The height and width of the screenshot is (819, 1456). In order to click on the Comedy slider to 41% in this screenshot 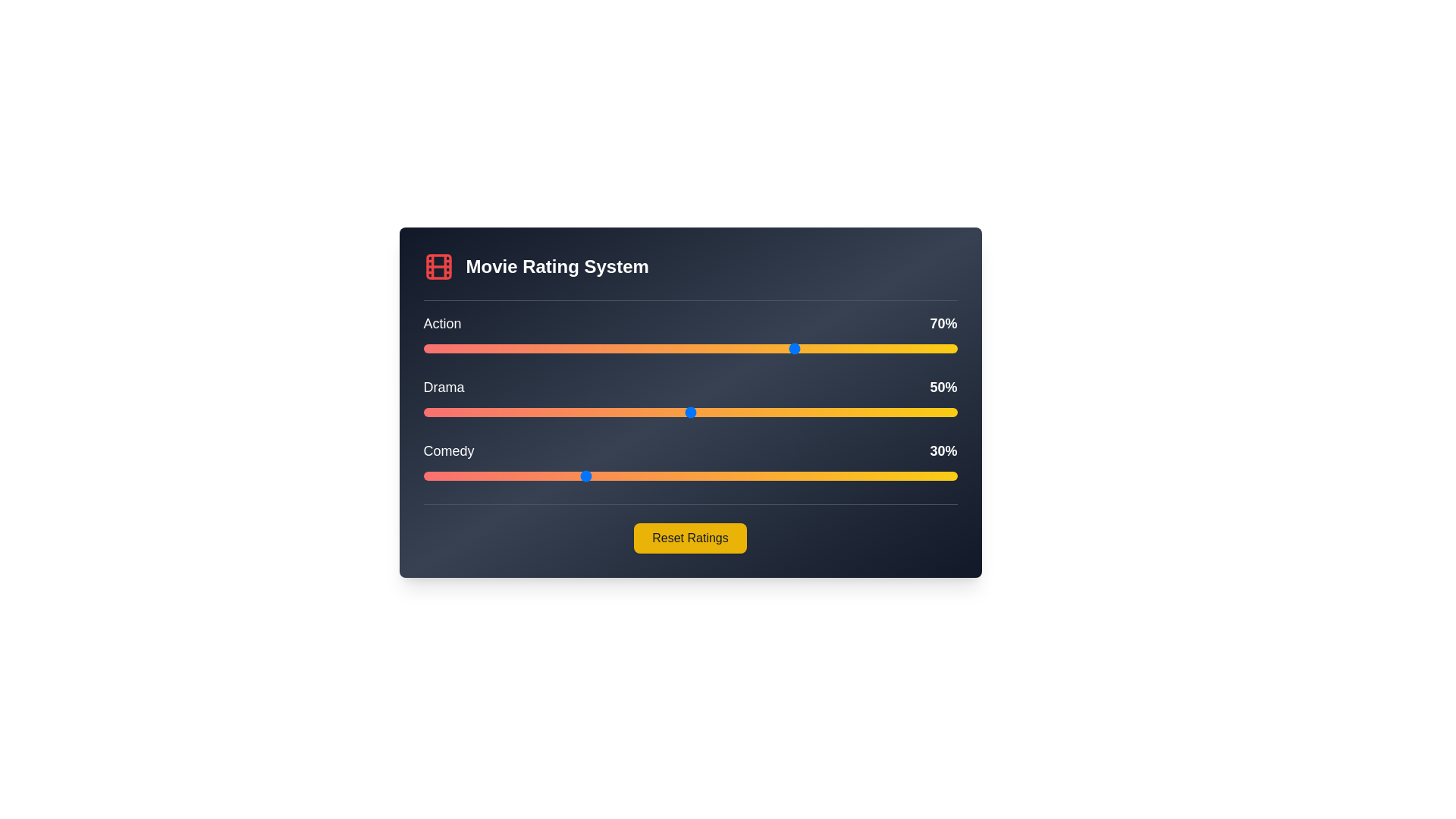, I will do `click(642, 475)`.